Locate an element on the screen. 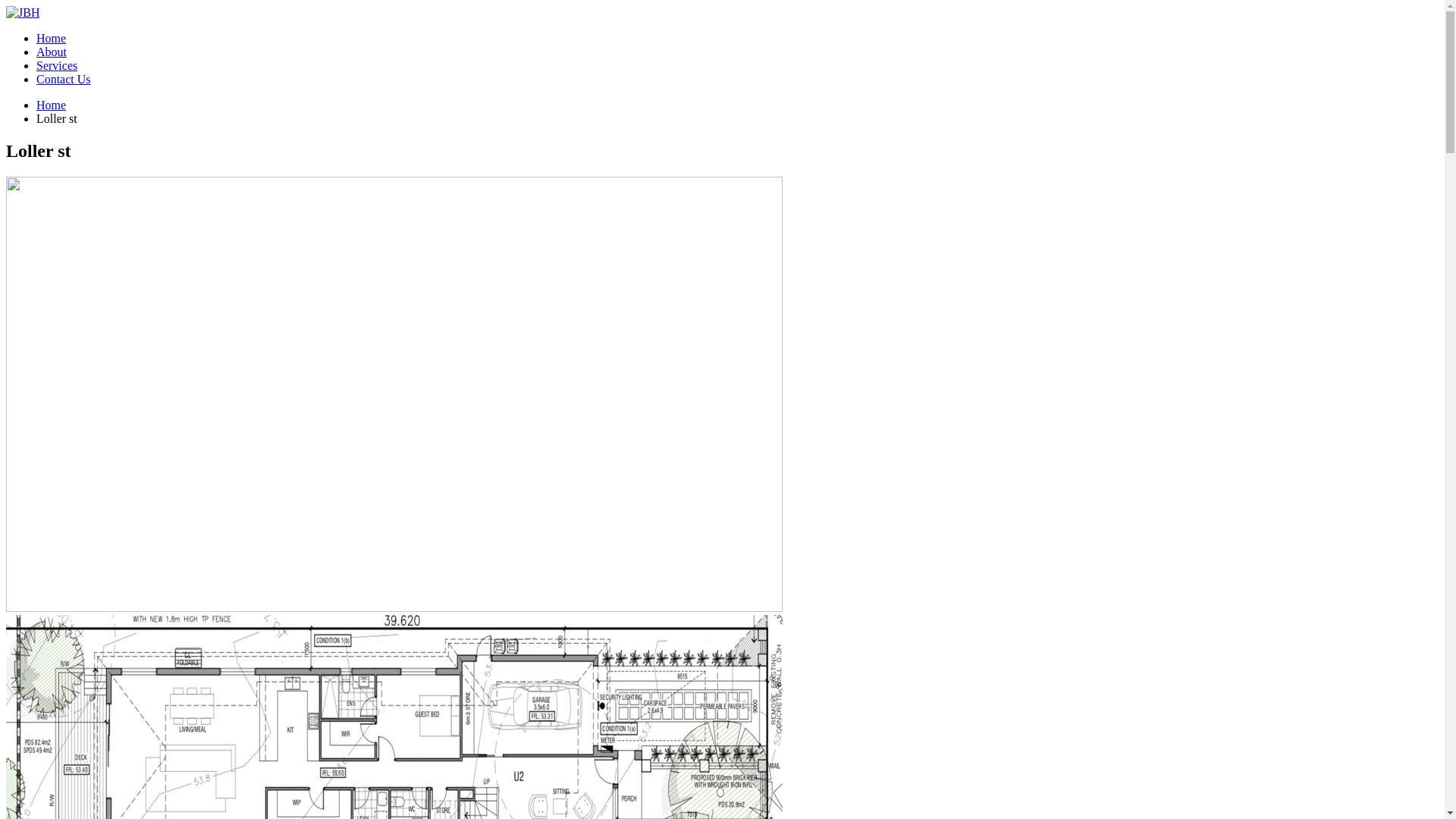 Image resolution: width=1456 pixels, height=819 pixels. 'About' is located at coordinates (51, 51).